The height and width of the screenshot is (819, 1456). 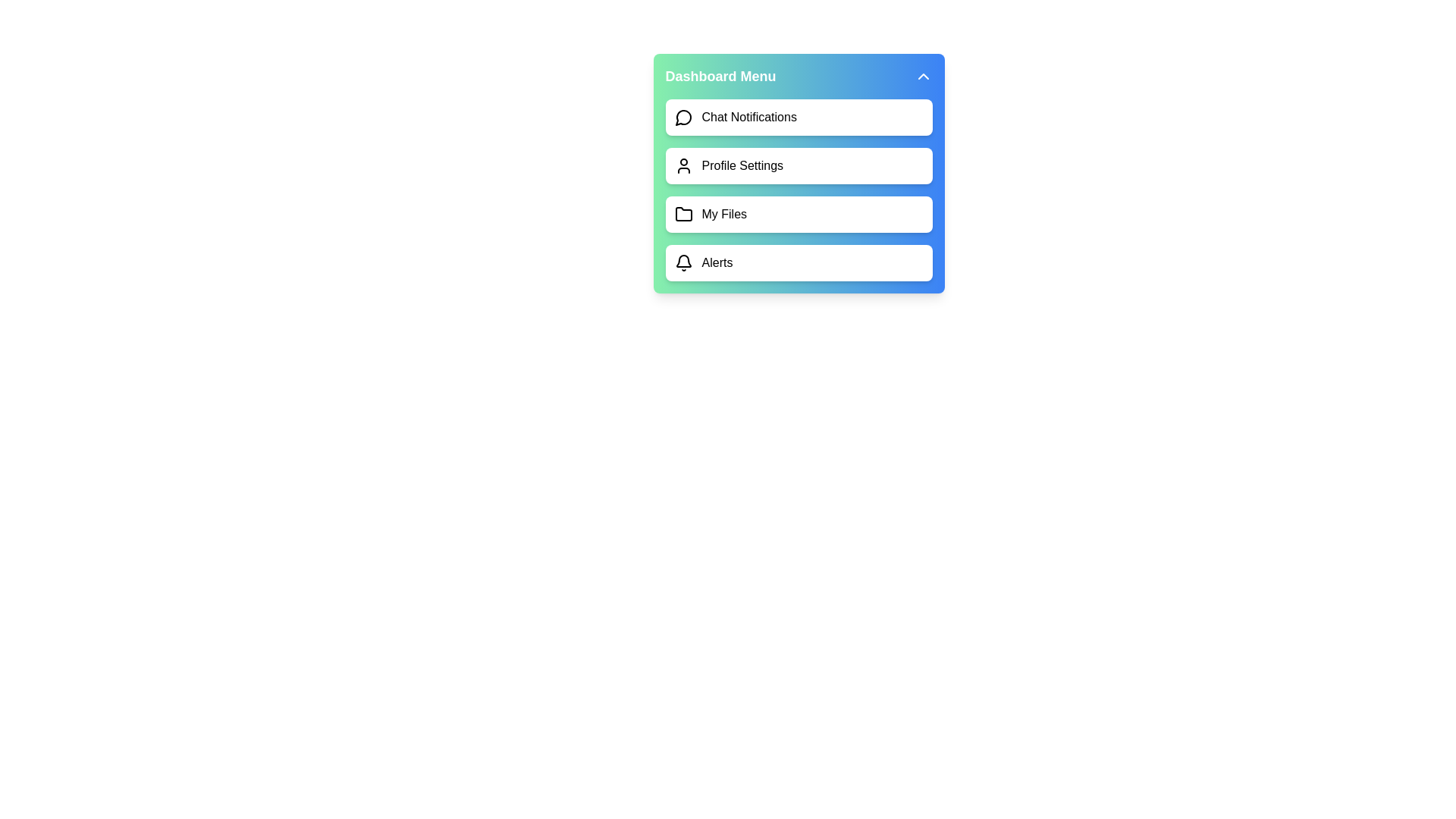 I want to click on the menu item Chat Notifications to observe its hover effect, so click(x=798, y=116).